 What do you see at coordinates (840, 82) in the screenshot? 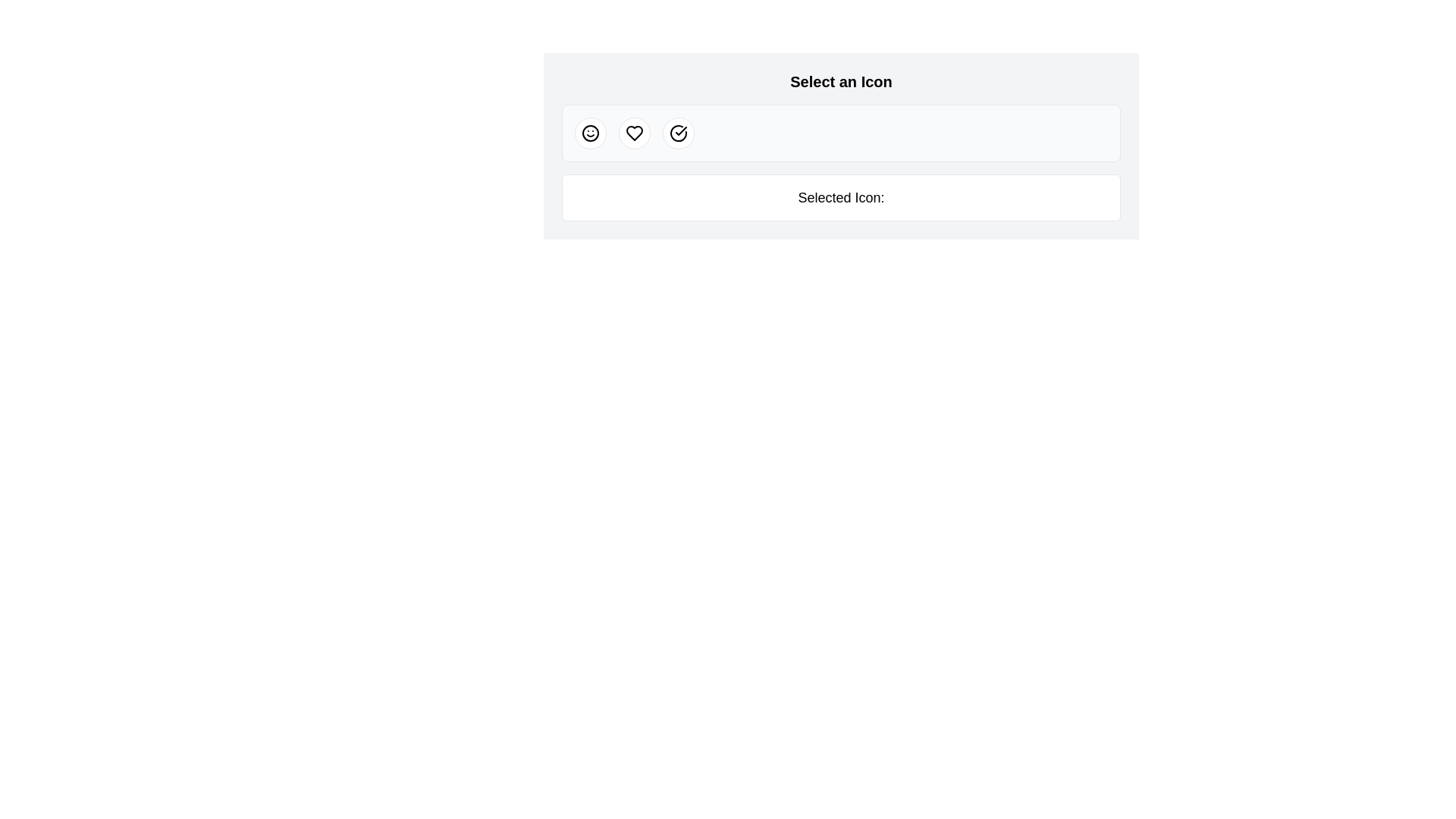
I see `the Text Label that serves as a heading or title for the section guiding users to select an icon, located at the top of the icon selection area` at bounding box center [840, 82].